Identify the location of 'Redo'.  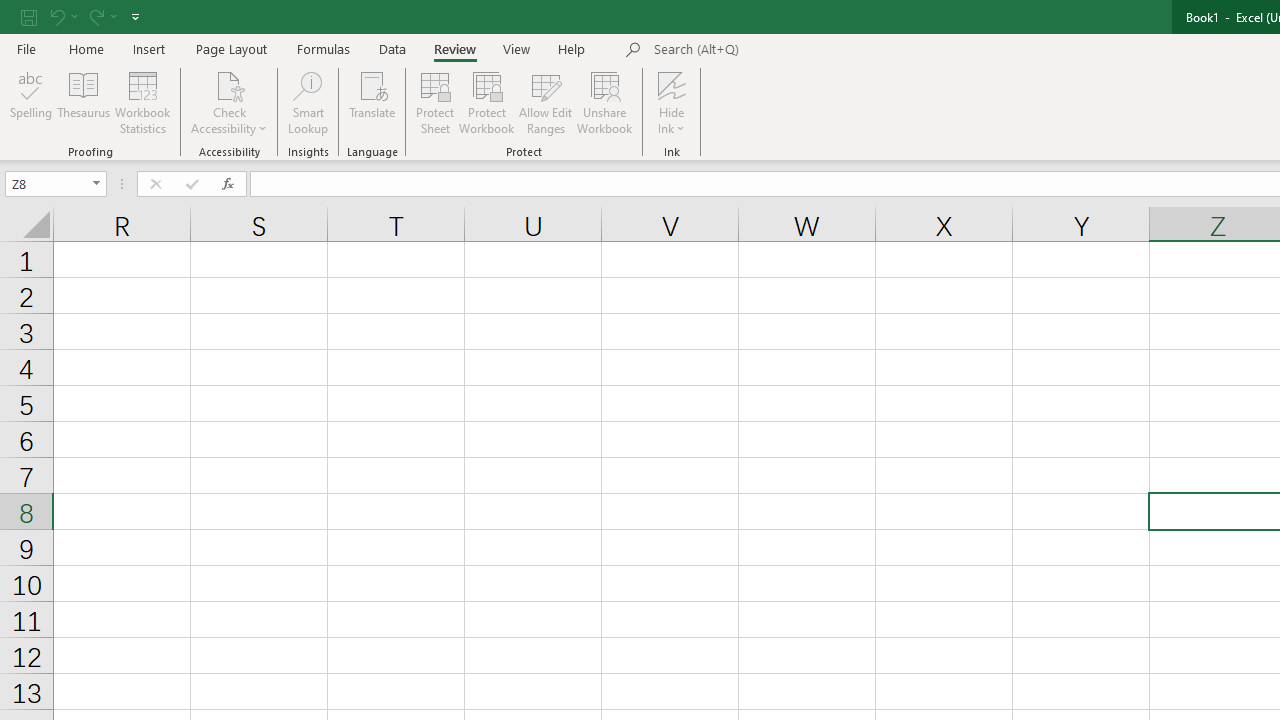
(101, 16).